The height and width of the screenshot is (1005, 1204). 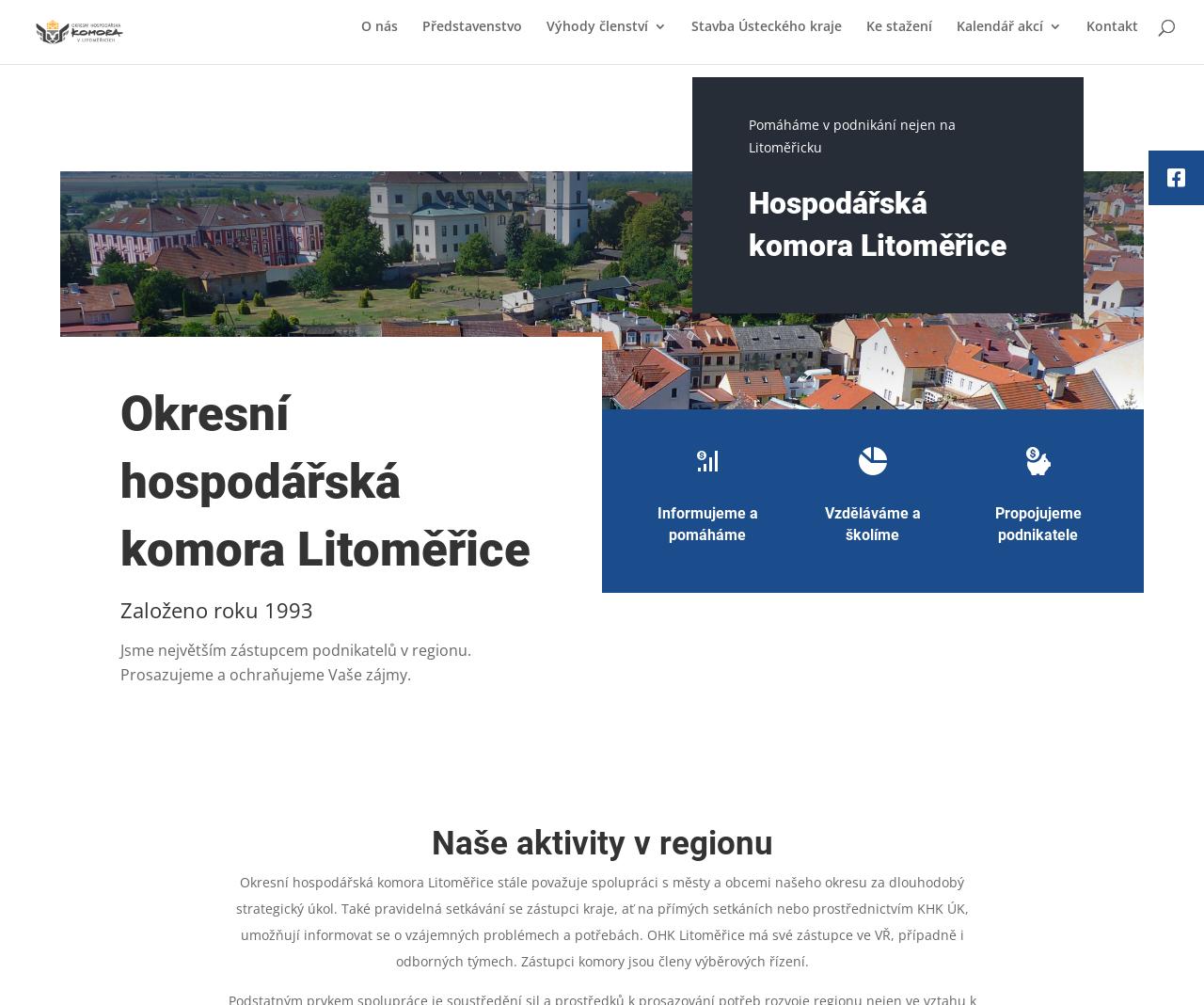 I want to click on 'Výhody členství', so click(x=596, y=36).